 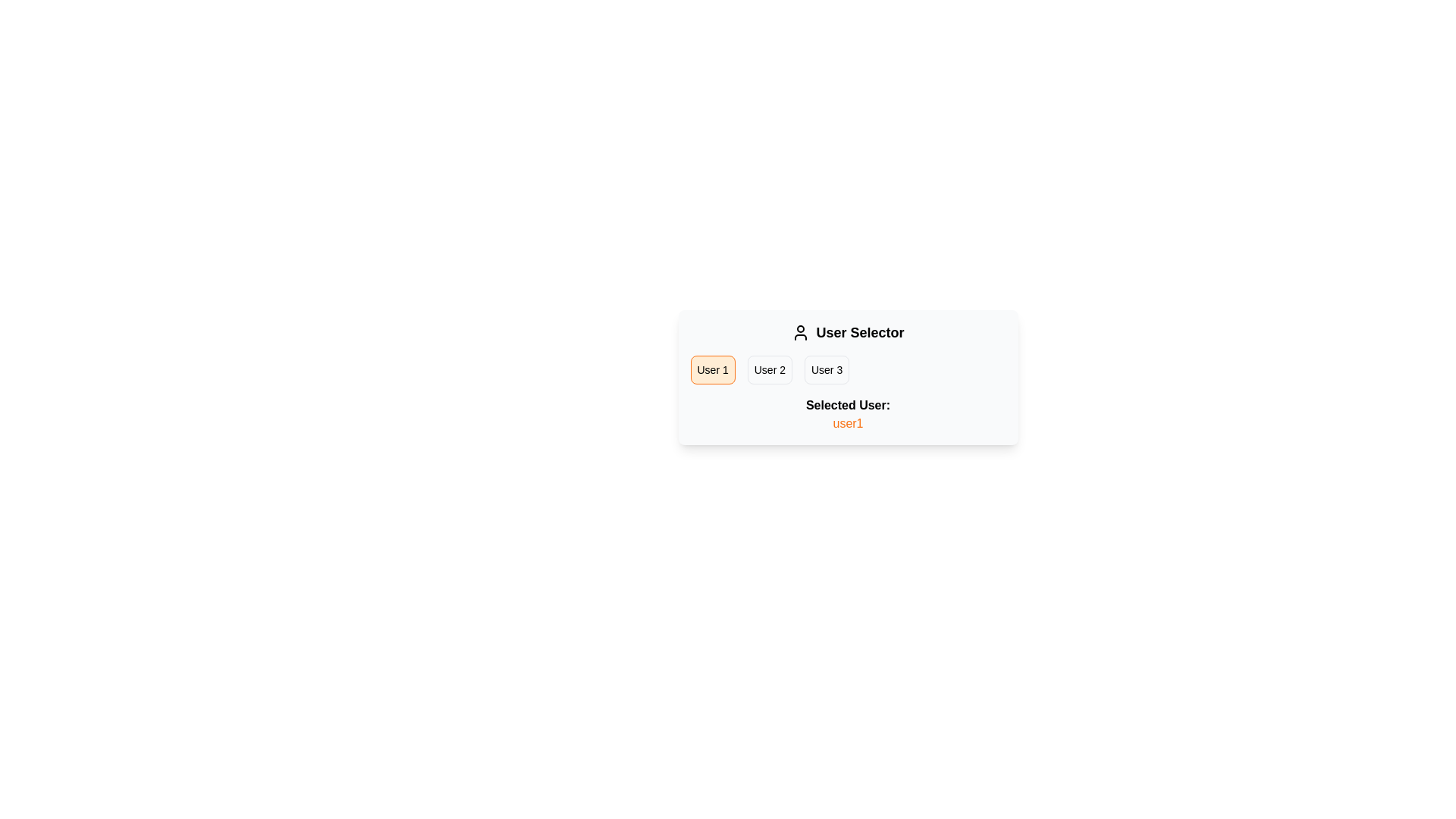 I want to click on the 'User 1' button, which is a rectangular button with rounded corners, light orange background, and black text, so click(x=712, y=370).